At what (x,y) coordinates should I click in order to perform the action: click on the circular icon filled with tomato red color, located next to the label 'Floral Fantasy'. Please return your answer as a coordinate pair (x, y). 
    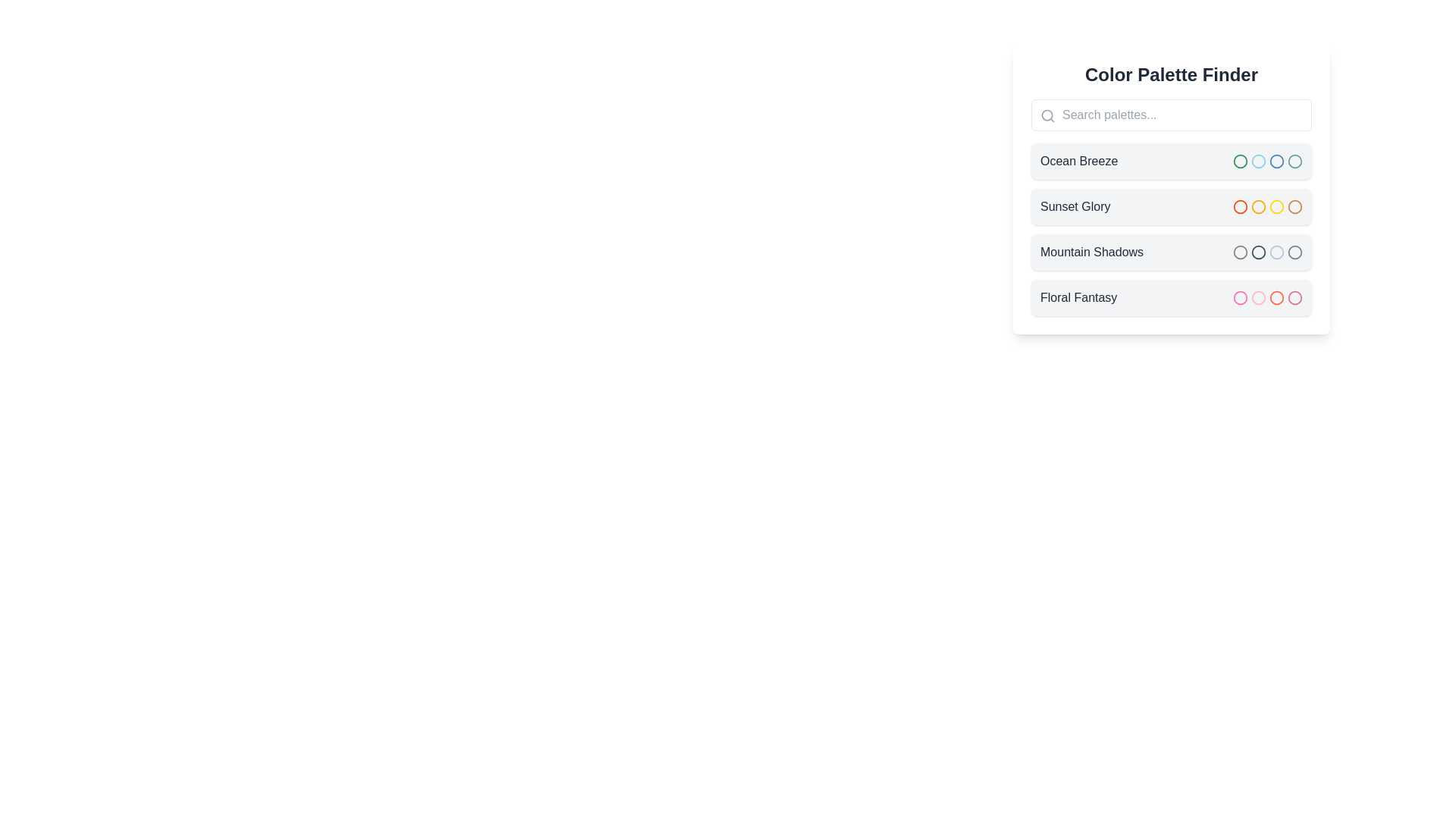
    Looking at the image, I should click on (1276, 298).